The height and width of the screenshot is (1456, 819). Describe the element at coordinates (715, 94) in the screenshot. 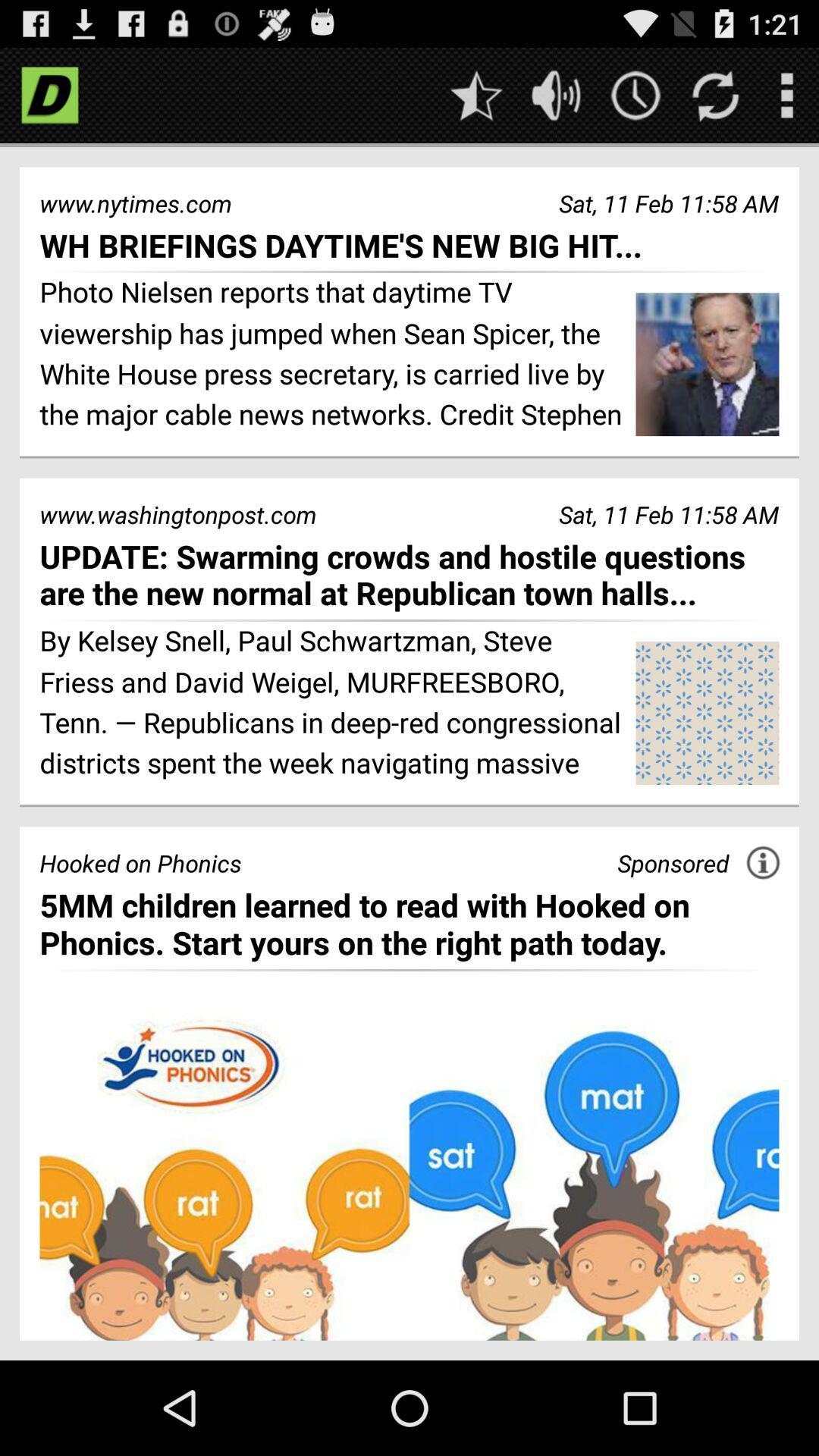

I see `refresh page` at that location.